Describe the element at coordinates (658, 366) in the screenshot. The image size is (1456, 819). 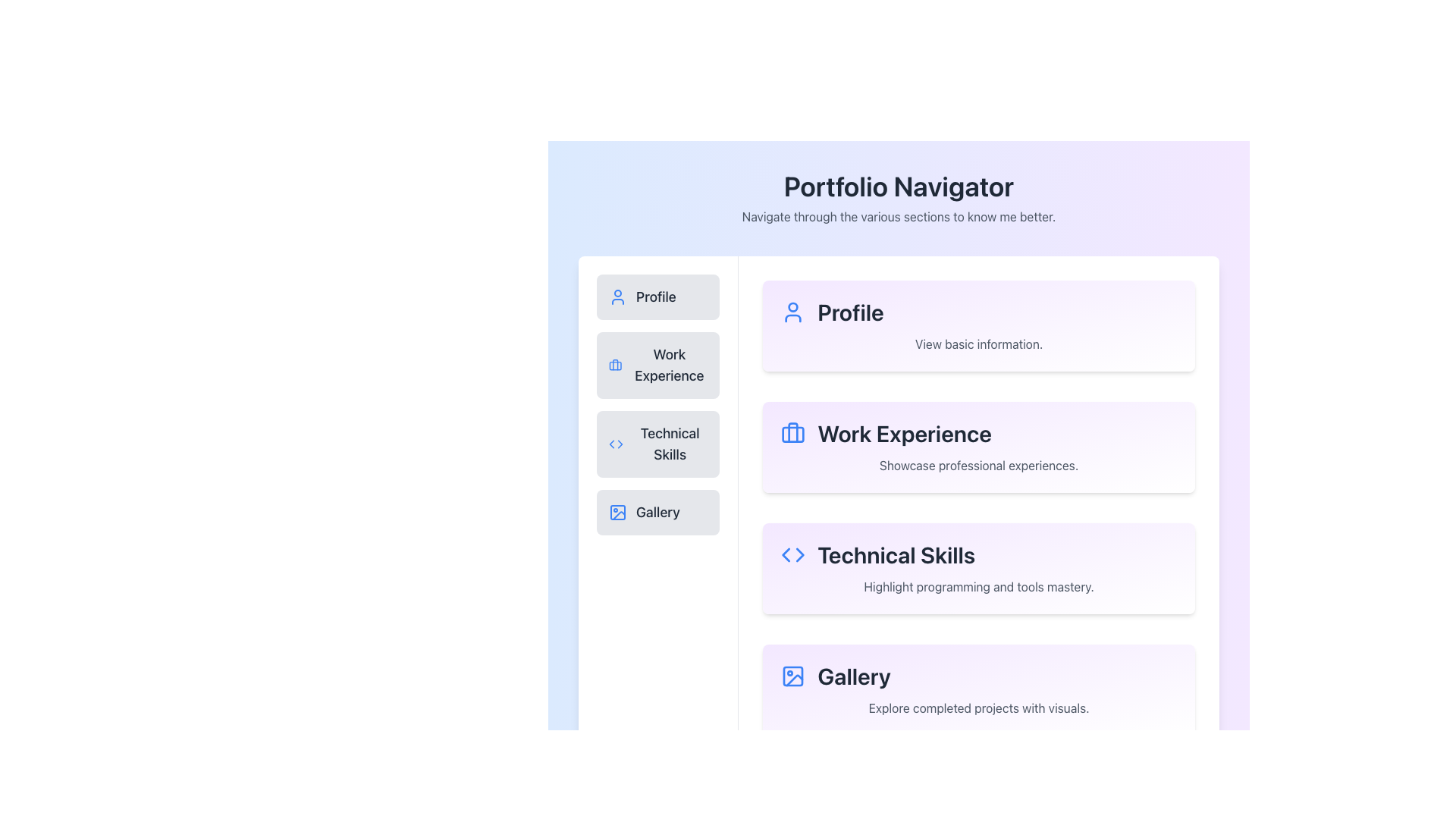
I see `the 'Work Experience' button, which is the second button in the left sidebar, featuring a light gray background and a blue briefcase icon` at that location.